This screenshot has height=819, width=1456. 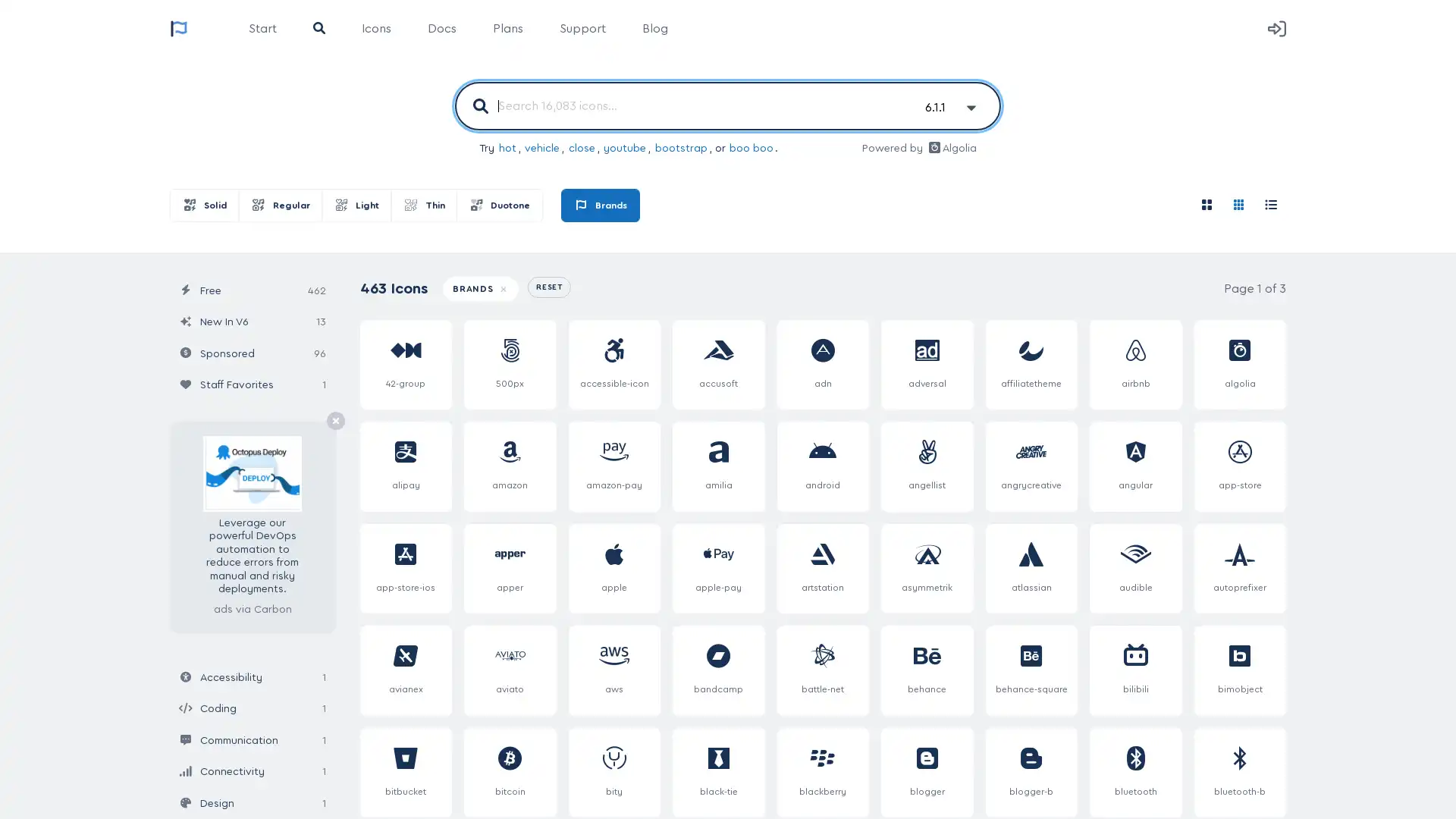 What do you see at coordinates (405, 579) in the screenshot?
I see `app-store-ios` at bounding box center [405, 579].